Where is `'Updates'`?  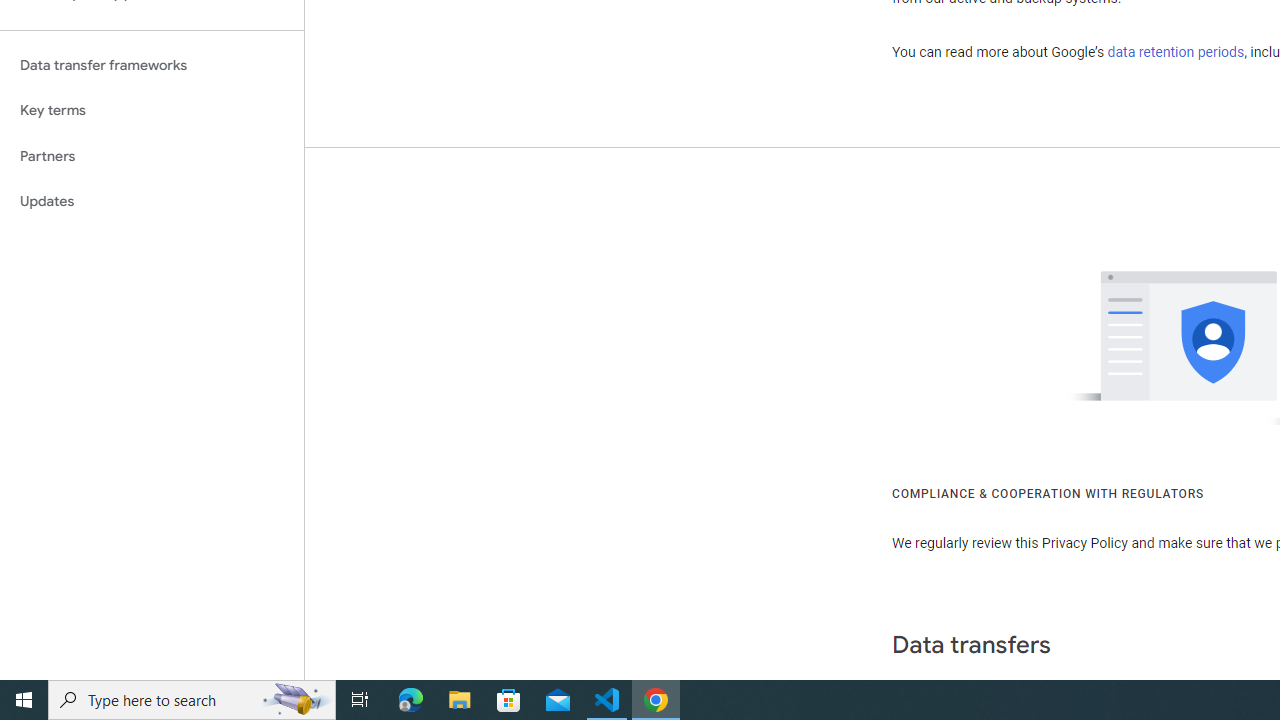 'Updates' is located at coordinates (151, 201).